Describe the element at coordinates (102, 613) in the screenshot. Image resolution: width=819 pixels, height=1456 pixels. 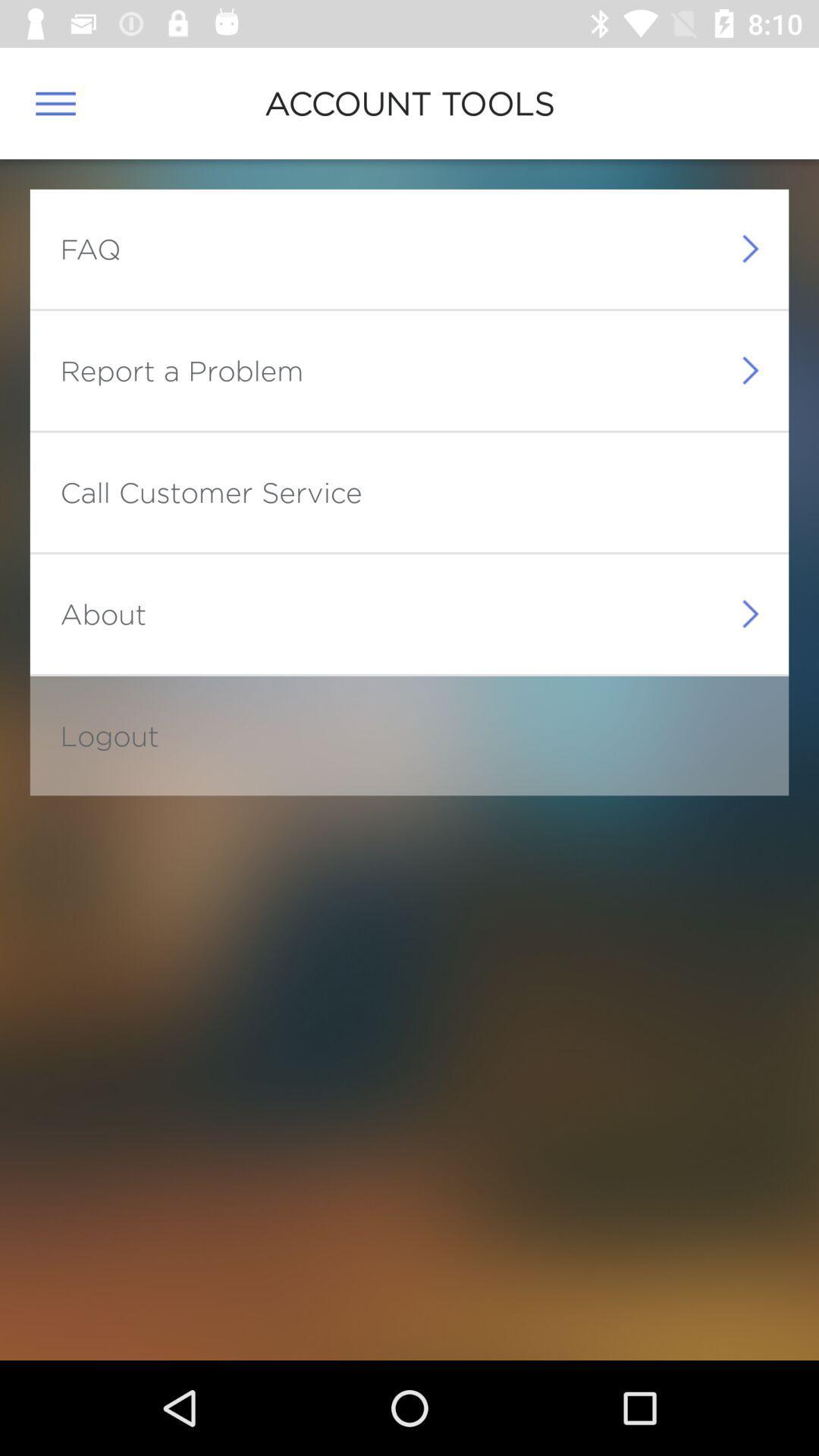
I see `the item above the logout app` at that location.